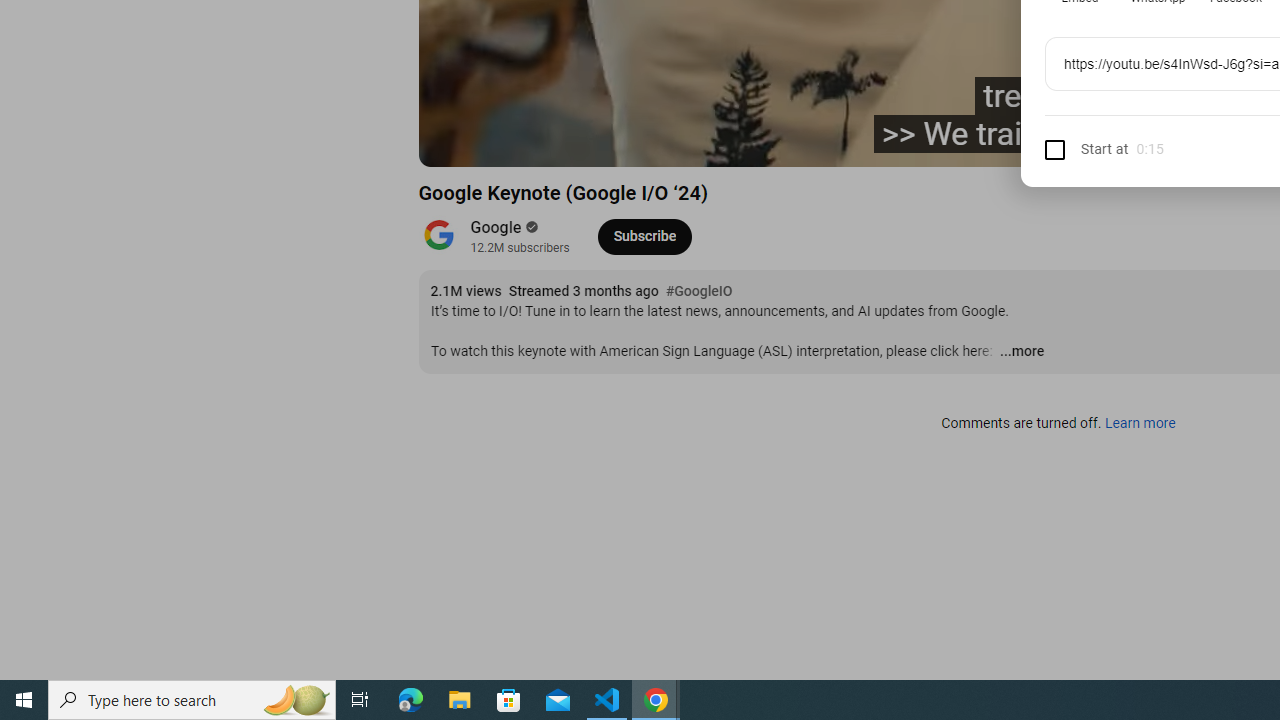  What do you see at coordinates (1139, 423) in the screenshot?
I see `'Learn more'` at bounding box center [1139, 423].